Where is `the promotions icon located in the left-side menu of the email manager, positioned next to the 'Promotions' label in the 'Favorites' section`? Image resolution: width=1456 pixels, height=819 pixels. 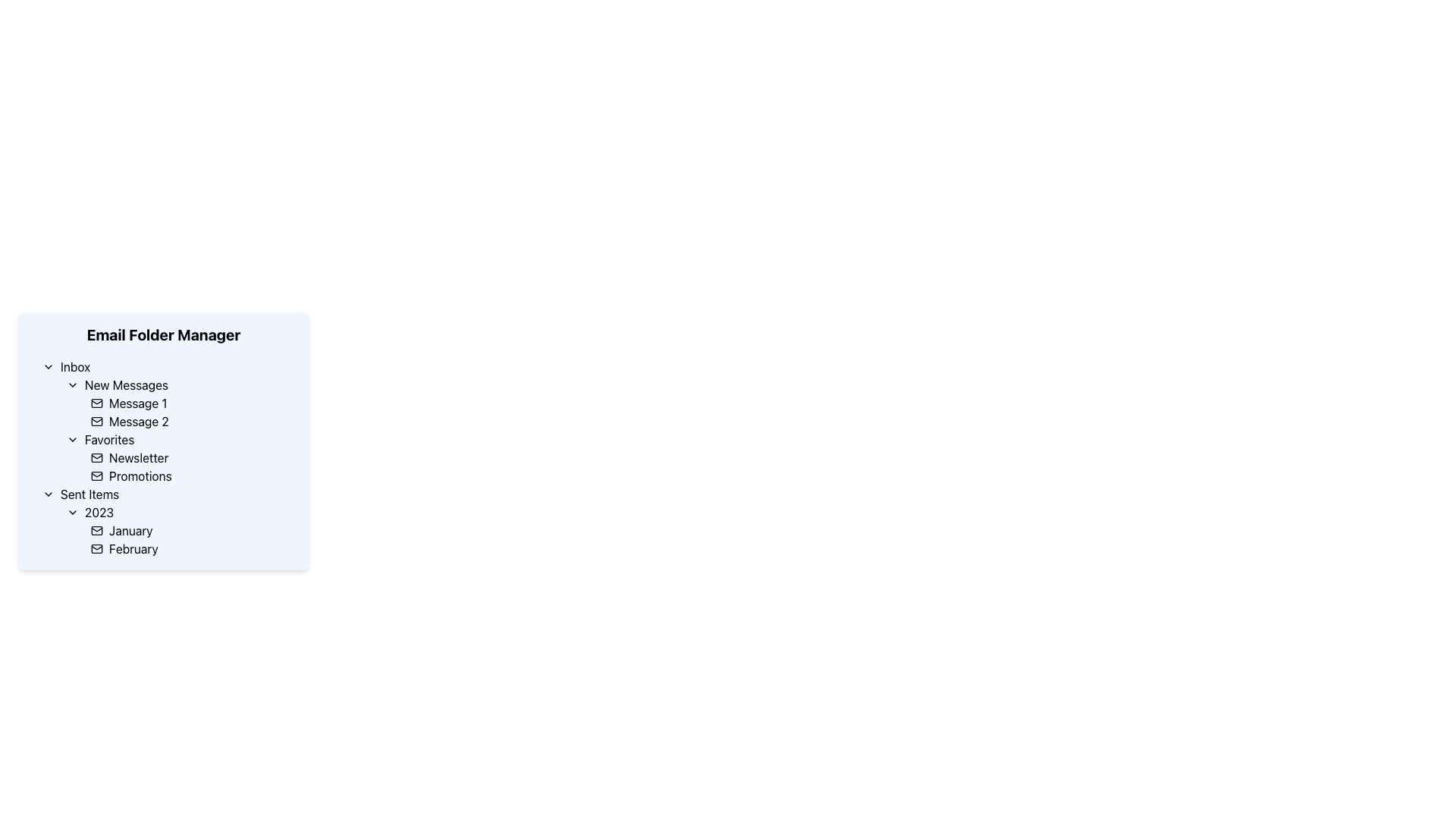
the promotions icon located in the left-side menu of the email manager, positioned next to the 'Promotions' label in the 'Favorites' section is located at coordinates (96, 475).